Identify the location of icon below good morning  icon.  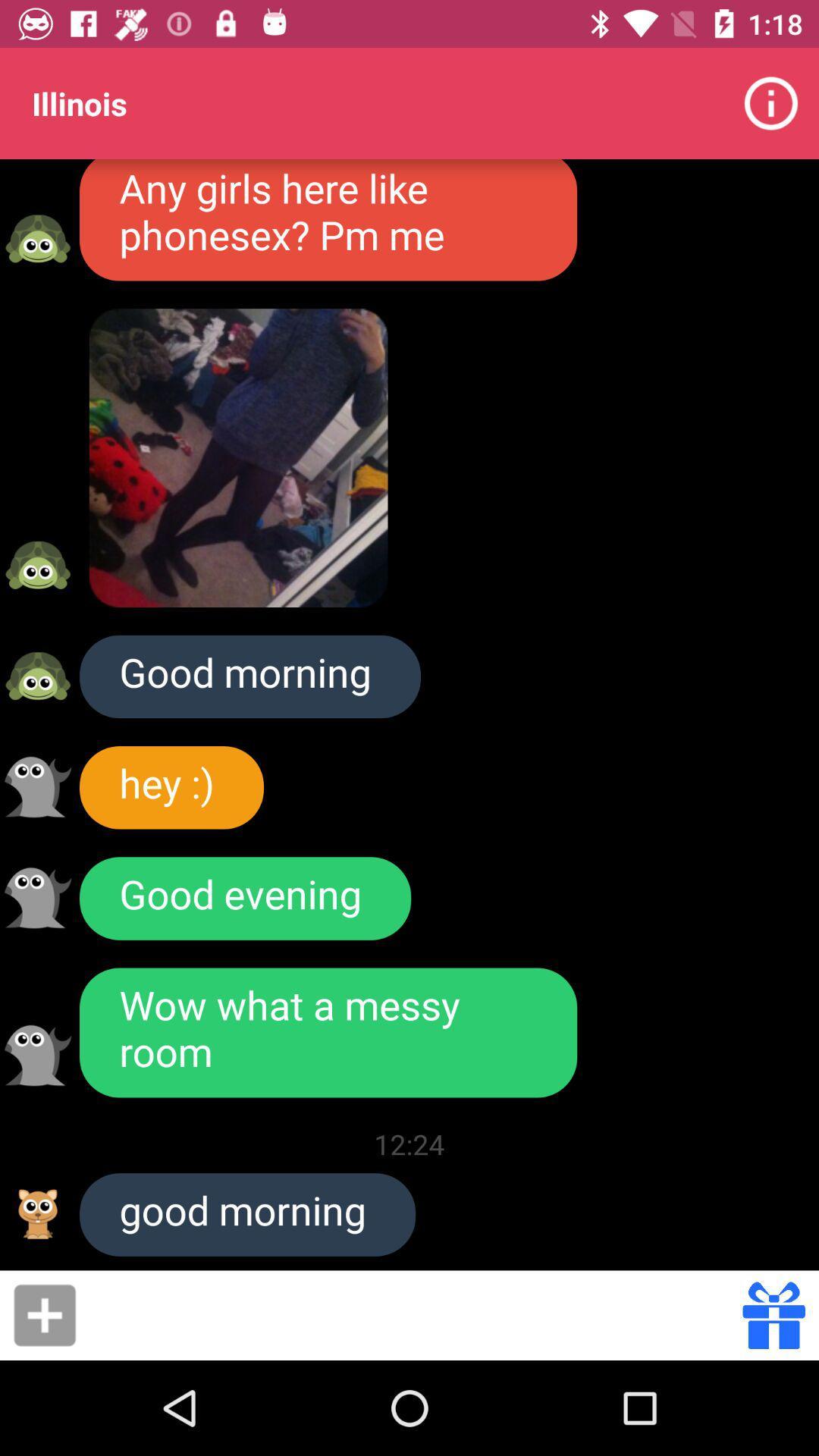
(171, 787).